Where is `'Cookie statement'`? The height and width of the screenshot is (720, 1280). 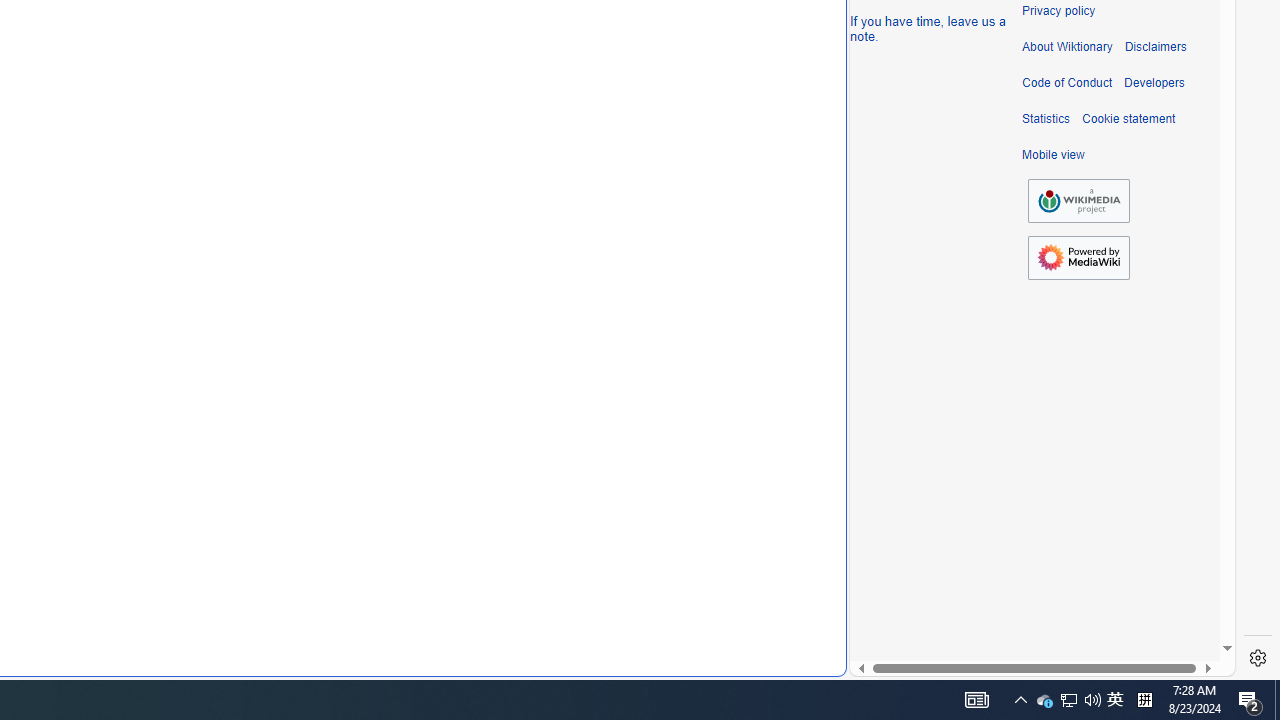
'Cookie statement' is located at coordinates (1128, 119).